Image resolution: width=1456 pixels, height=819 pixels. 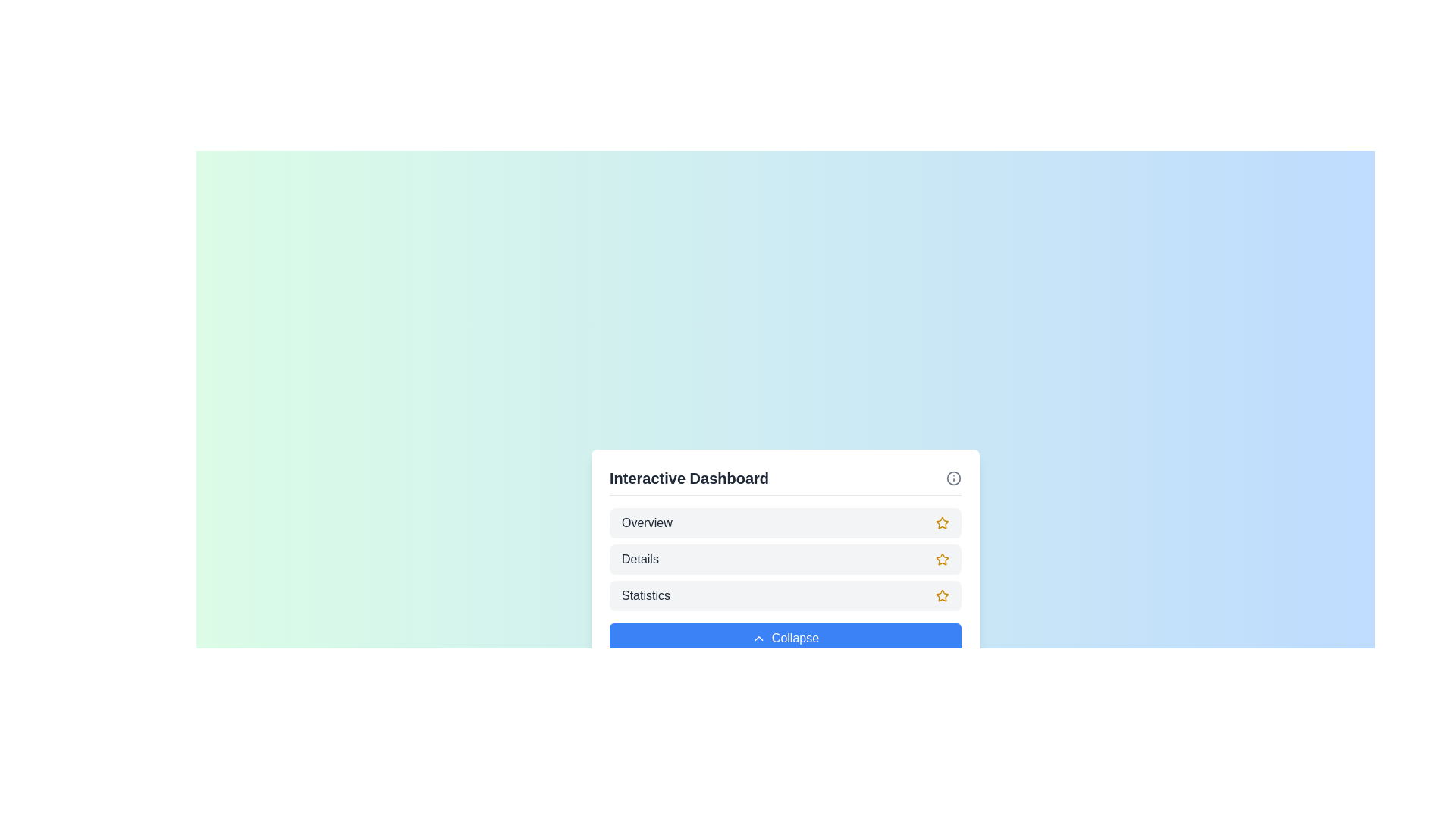 What do you see at coordinates (952, 478) in the screenshot?
I see `the SVG Circle that forms part of the information icon located in the top-right corner of the user interface, which provides guidance about the dashboard features` at bounding box center [952, 478].